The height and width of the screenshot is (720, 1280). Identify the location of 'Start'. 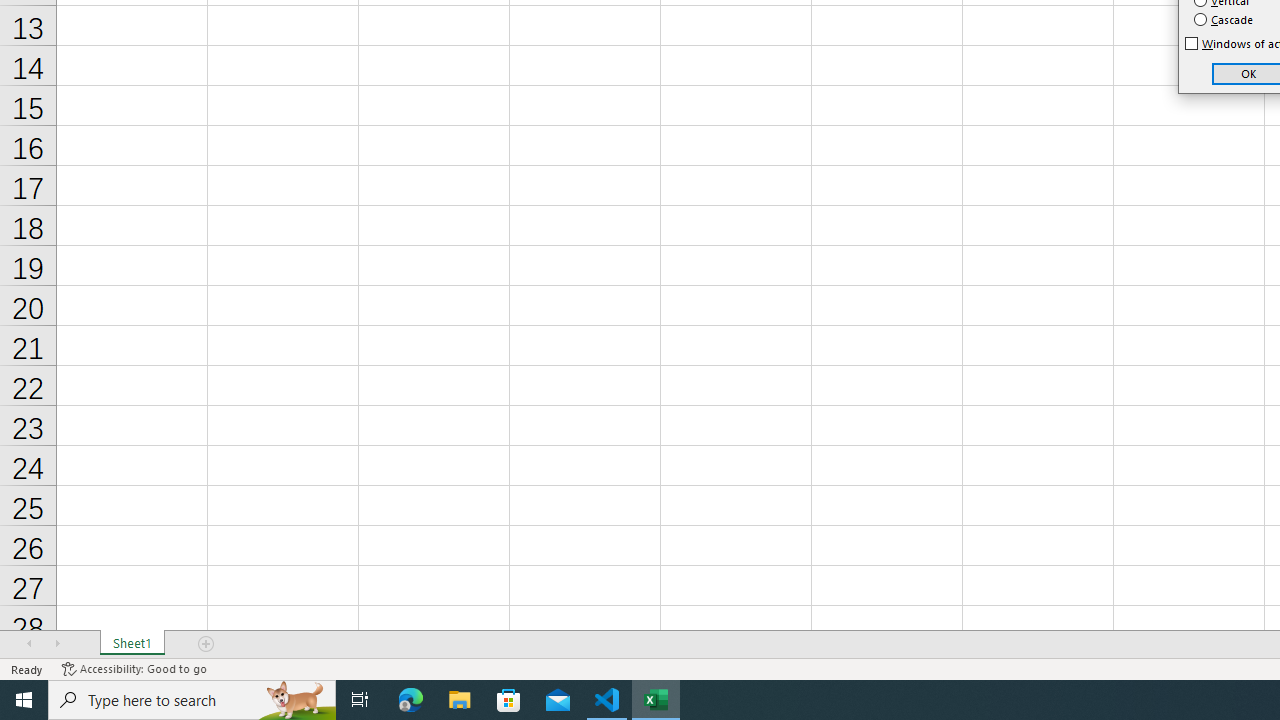
(24, 698).